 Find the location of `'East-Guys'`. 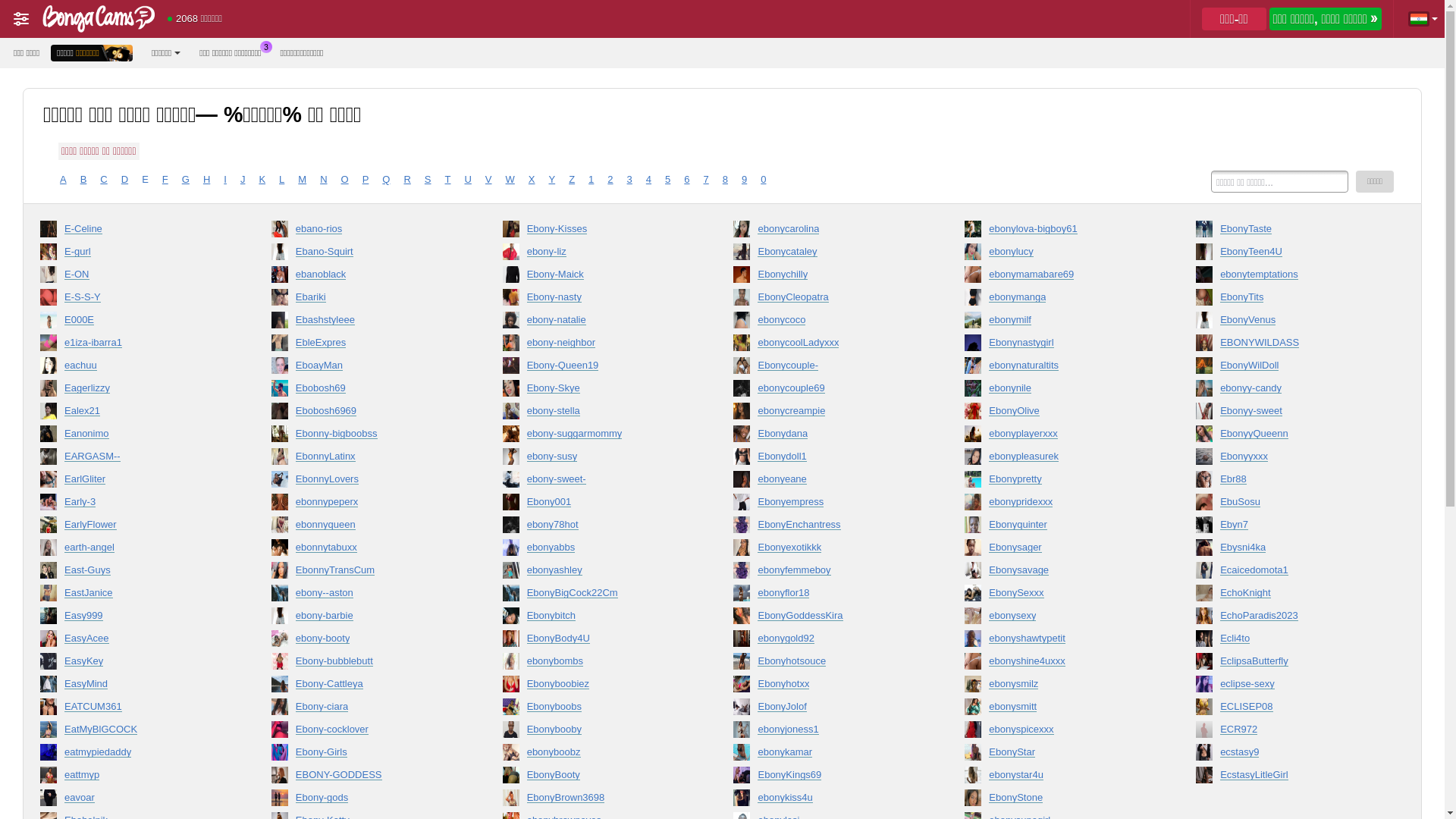

'East-Guys' is located at coordinates (134, 573).